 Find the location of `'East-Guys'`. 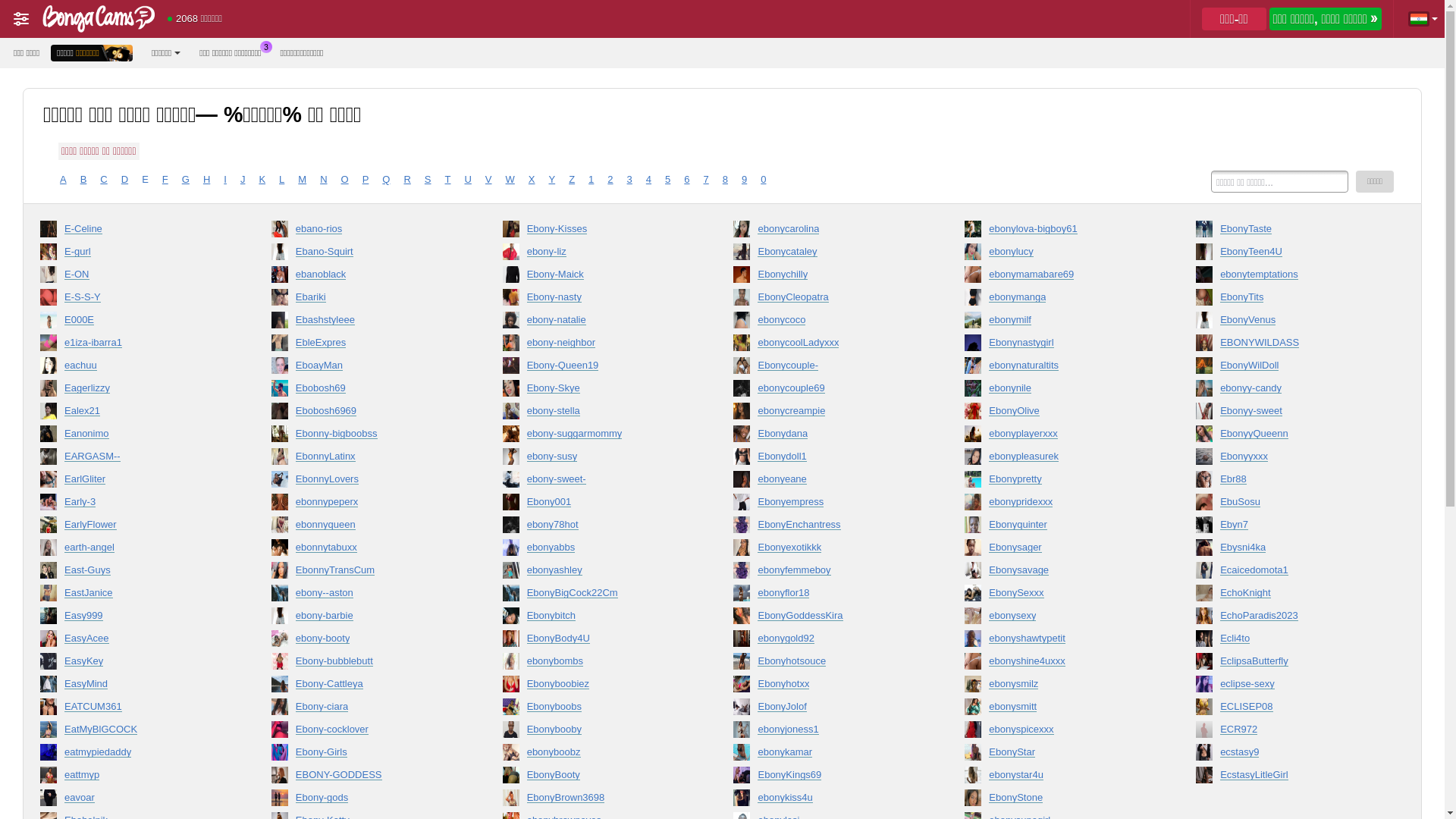

'East-Guys' is located at coordinates (134, 573).